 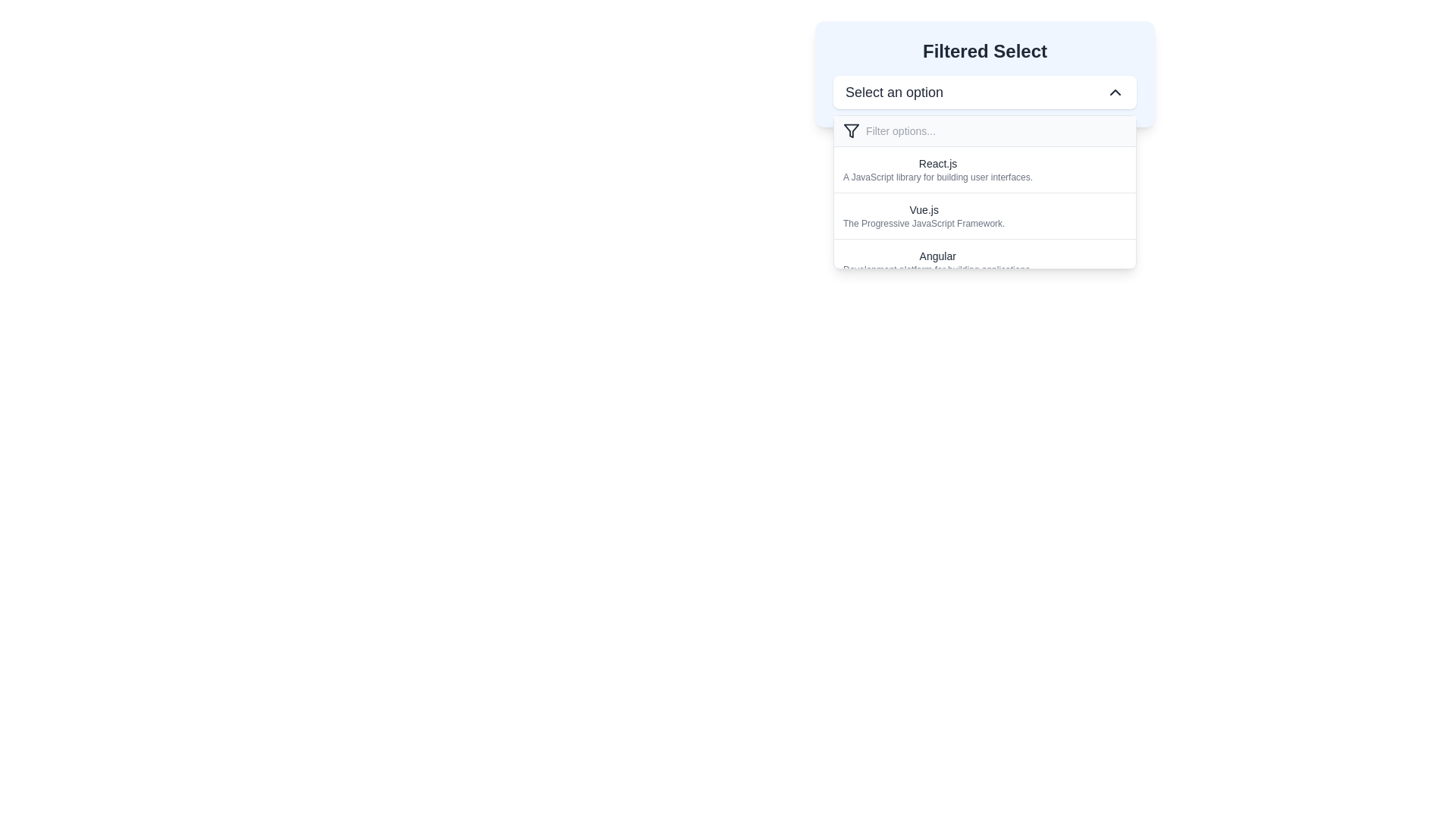 What do you see at coordinates (985, 261) in the screenshot?
I see `the list item in the dropdown menu that displays 'Angular' as the bolded word and has a description 'Development platform for building applications.'` at bounding box center [985, 261].